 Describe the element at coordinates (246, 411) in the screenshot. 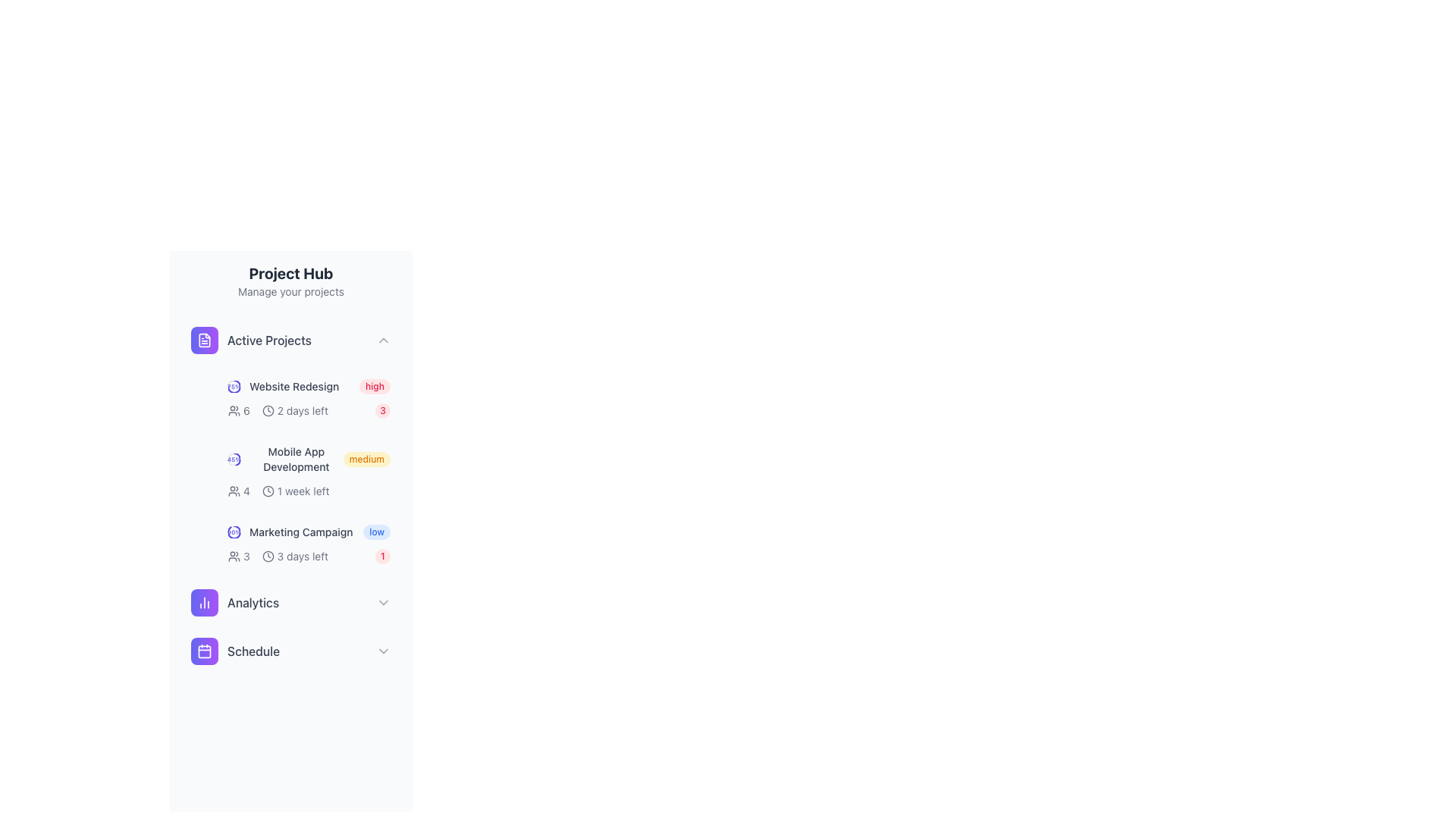

I see `numeric label displaying the number '6' in medium-grey color, located in the 'Active Projects' section of the side menu, next to the user icon and below the 'Website Redesign' project entry` at that location.